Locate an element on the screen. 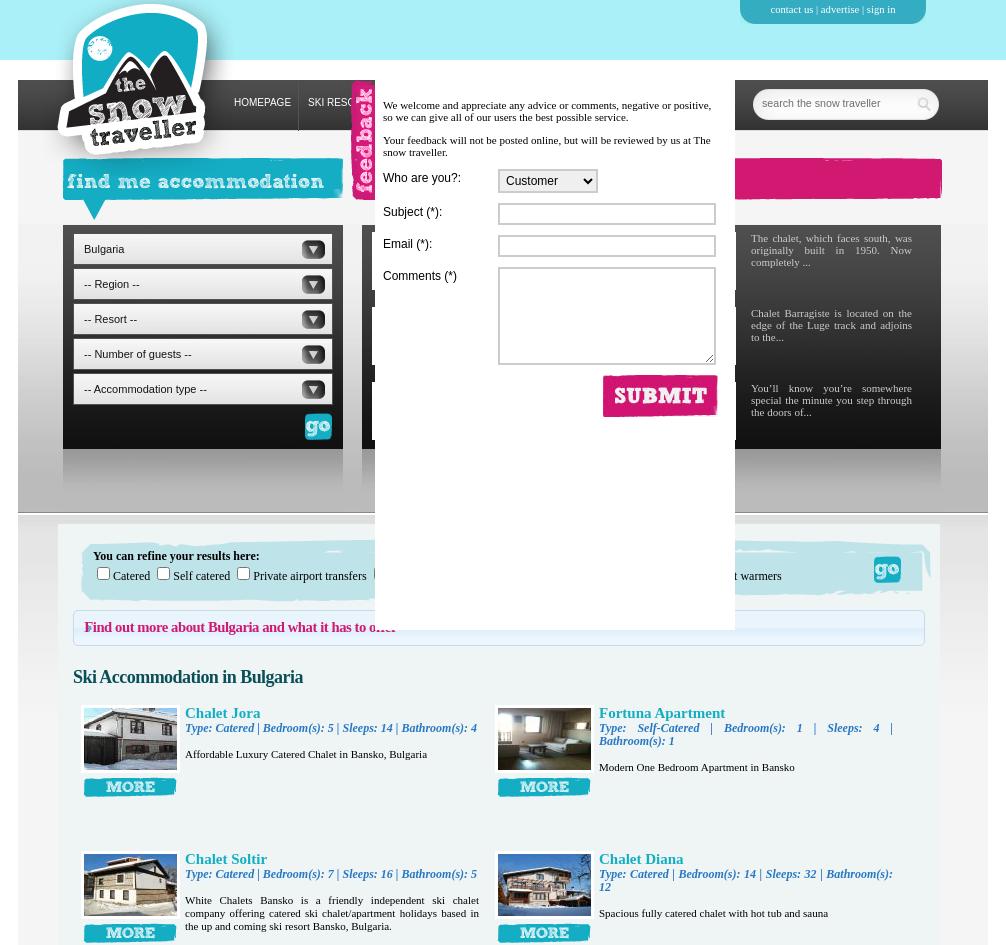  'Self catered' is located at coordinates (201, 575).